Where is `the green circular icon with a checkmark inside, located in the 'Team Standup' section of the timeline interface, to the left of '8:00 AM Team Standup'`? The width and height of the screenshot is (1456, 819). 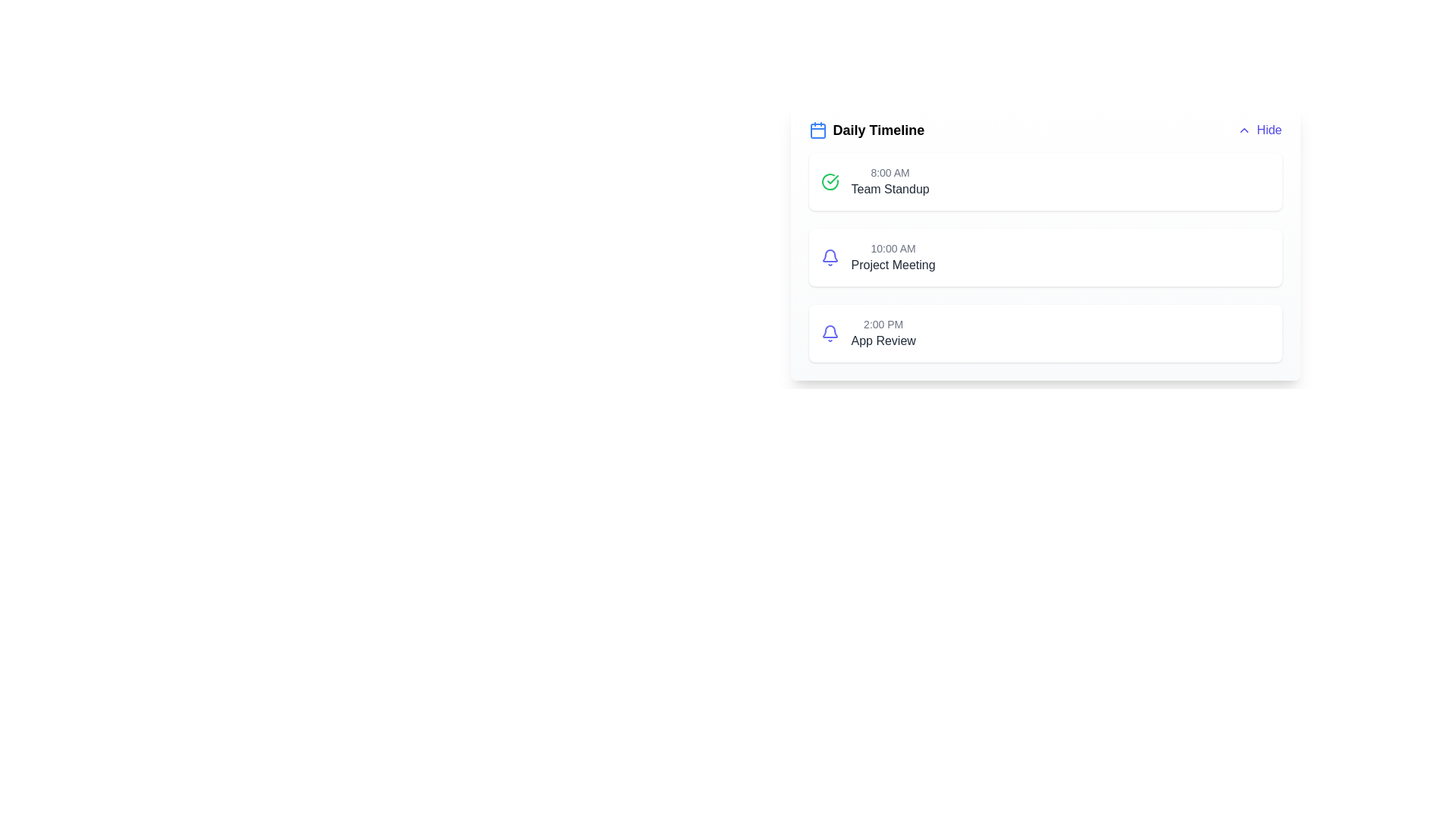 the green circular icon with a checkmark inside, located in the 'Team Standup' section of the timeline interface, to the left of '8:00 AM Team Standup' is located at coordinates (829, 180).